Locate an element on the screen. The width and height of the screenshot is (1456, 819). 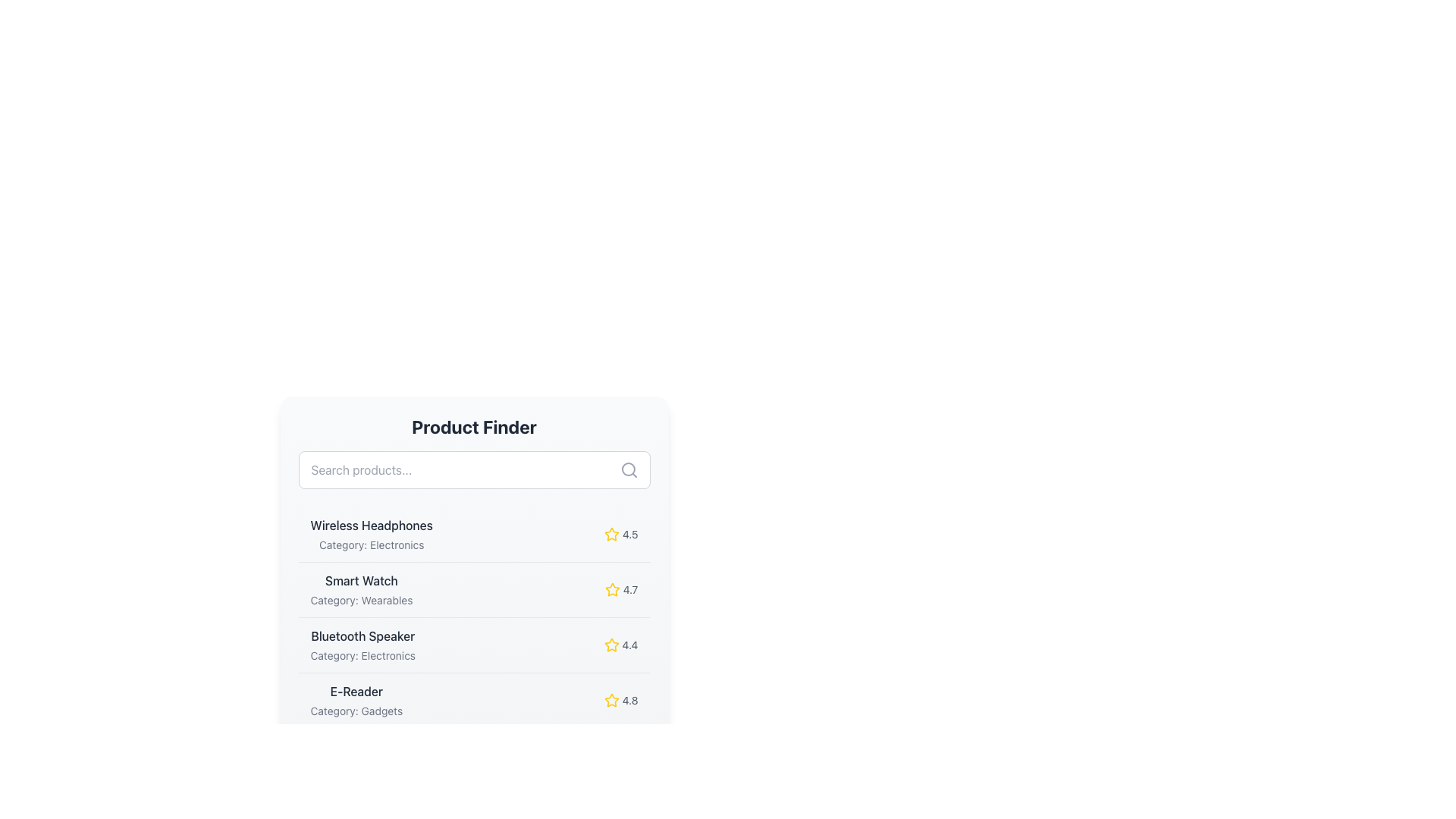
text label displaying 'E-Reader', which is styled in a medium-sized, bold font and is part of a vertical list of product names is located at coordinates (356, 691).